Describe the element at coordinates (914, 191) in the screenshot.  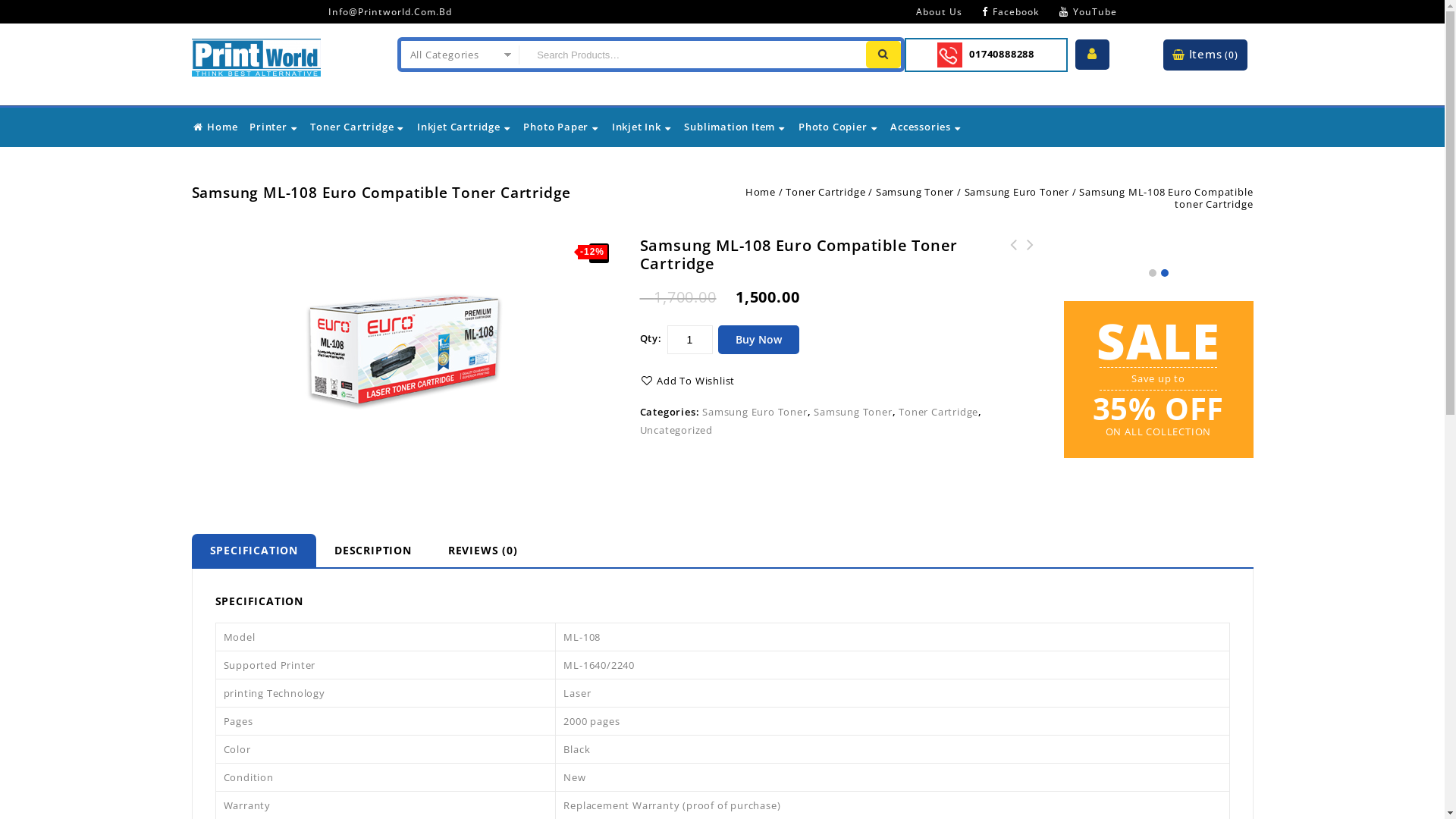
I see `'Samsung Toner'` at that location.